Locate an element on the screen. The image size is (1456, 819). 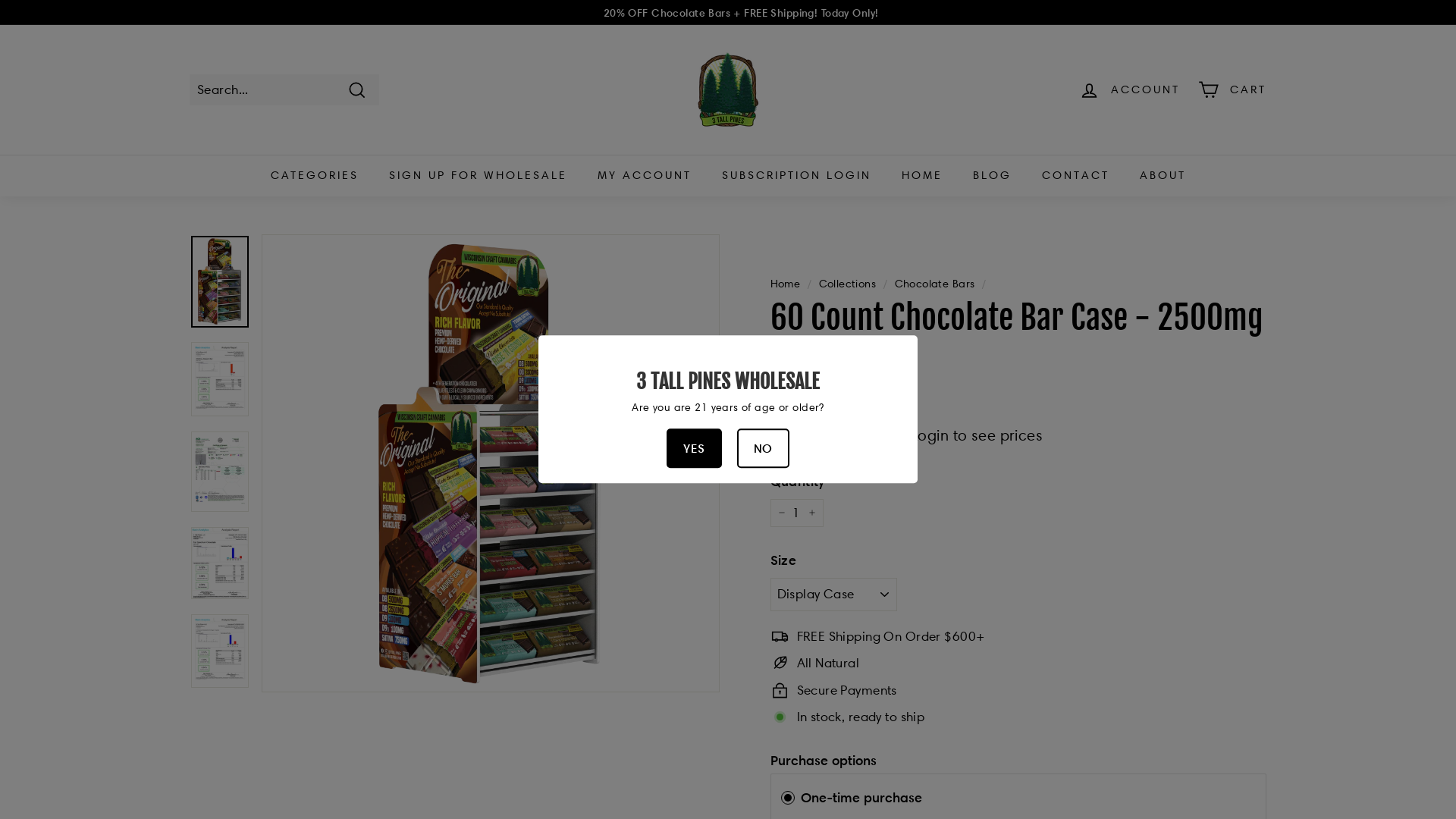
'CATEGORIES' is located at coordinates (255, 174).